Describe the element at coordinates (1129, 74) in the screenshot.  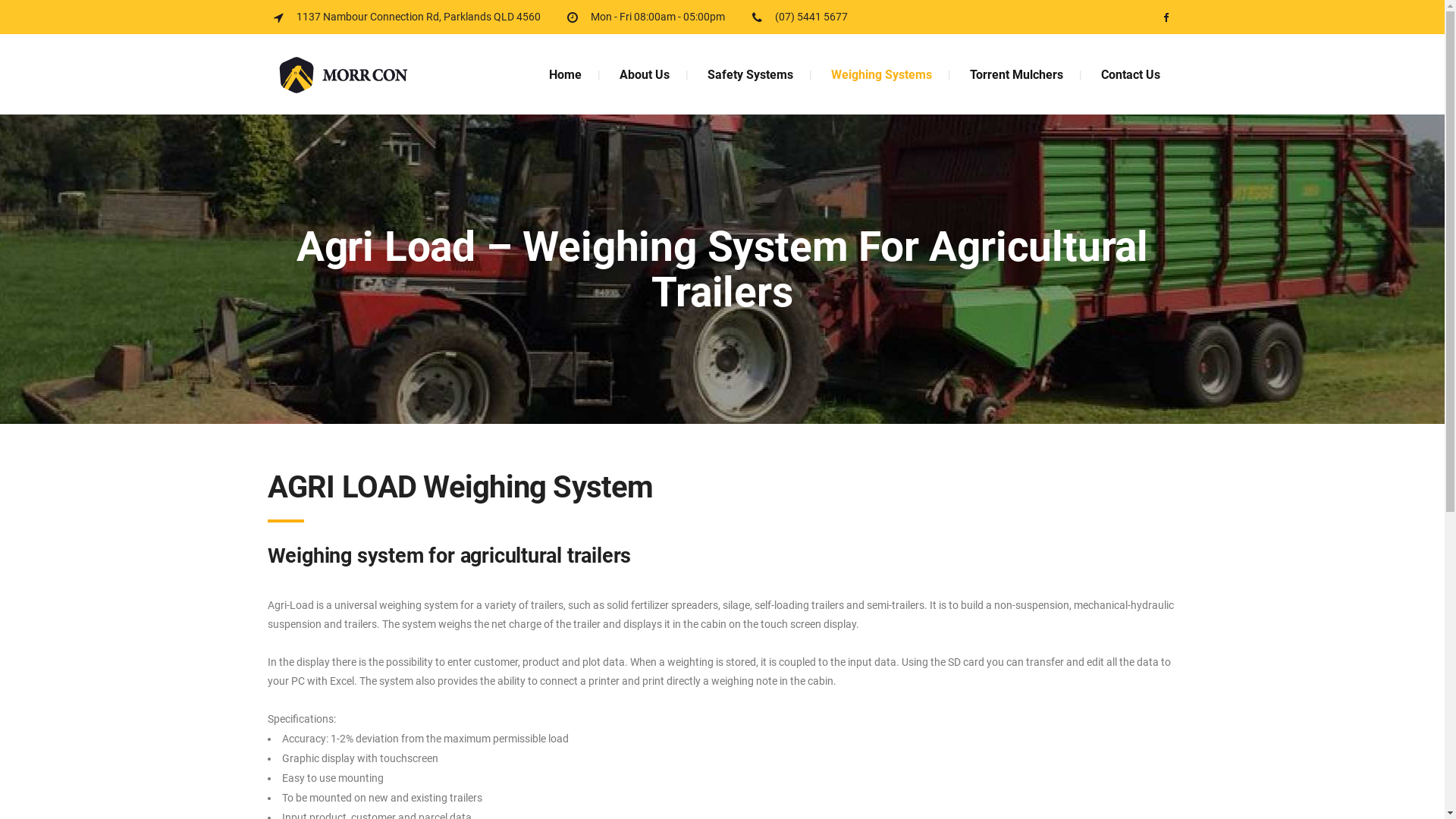
I see `'Contact Us'` at that location.